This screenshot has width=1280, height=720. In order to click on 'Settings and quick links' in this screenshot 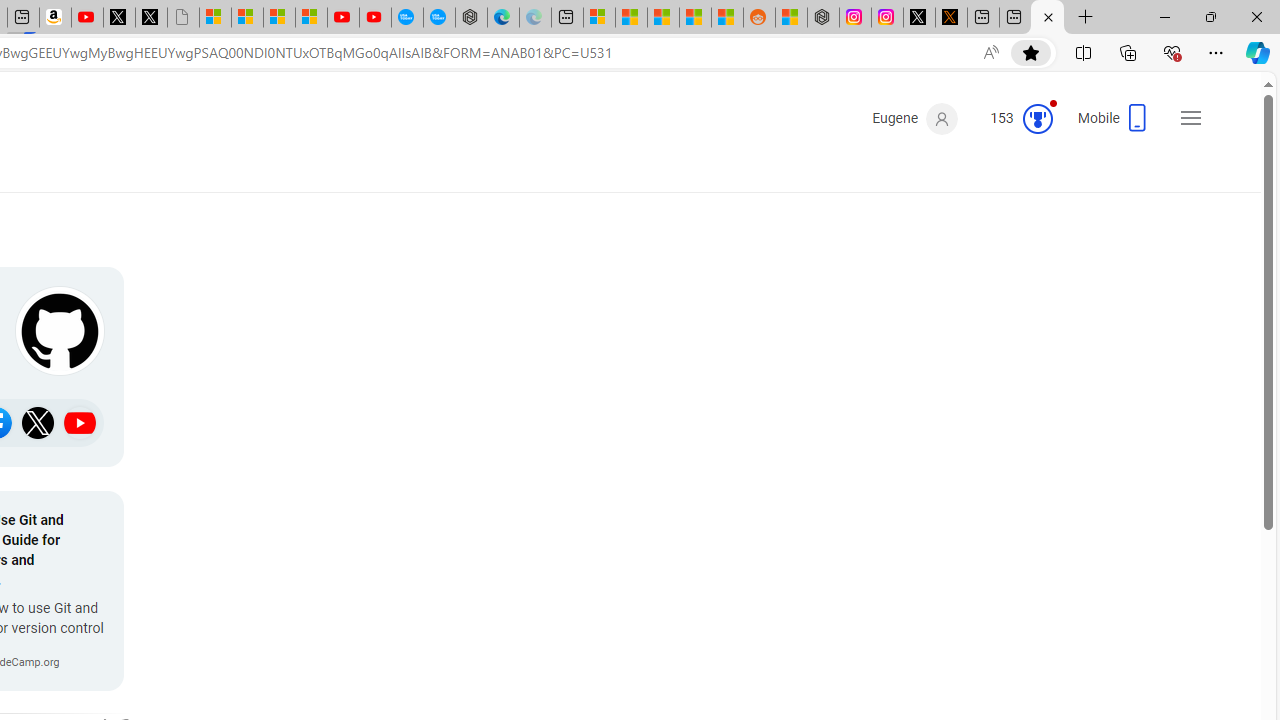, I will do `click(1191, 118)`.